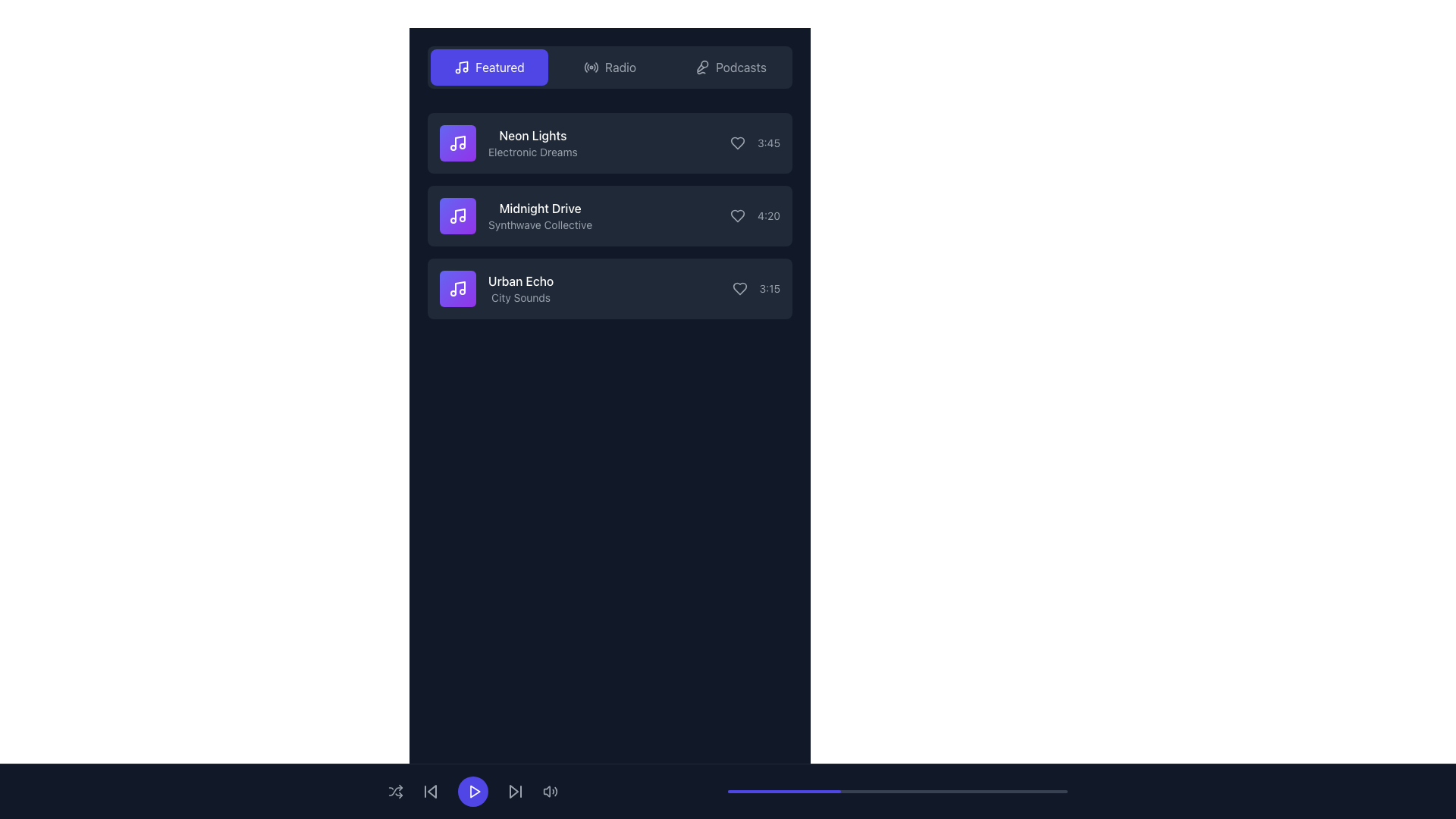  Describe the element at coordinates (768, 143) in the screenshot. I see `the text field displaying '3:45' in gray color` at that location.